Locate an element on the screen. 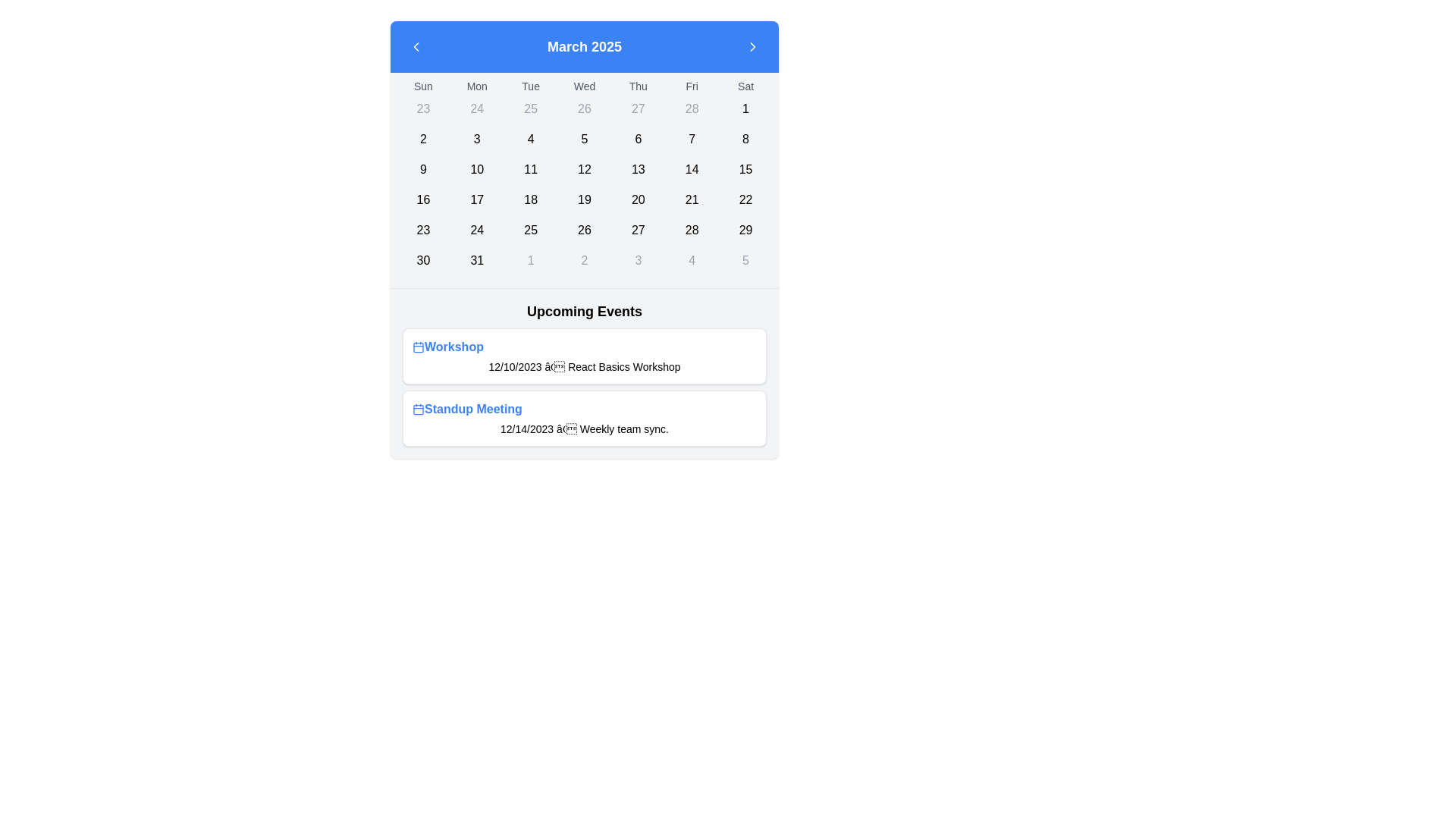 The height and width of the screenshot is (819, 1456). the button representing the date '11' in the March 2025 calendar is located at coordinates (531, 169).